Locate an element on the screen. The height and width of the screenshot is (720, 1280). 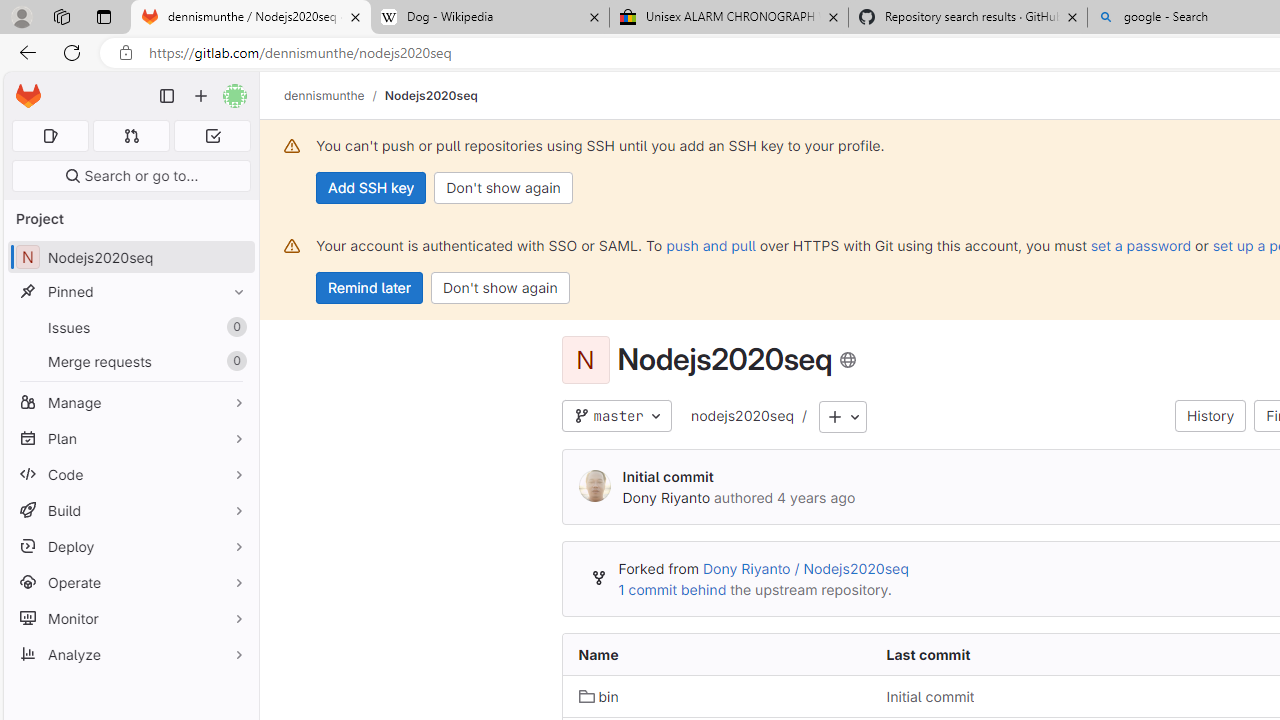
'Dony Riyanto' is located at coordinates (666, 496).